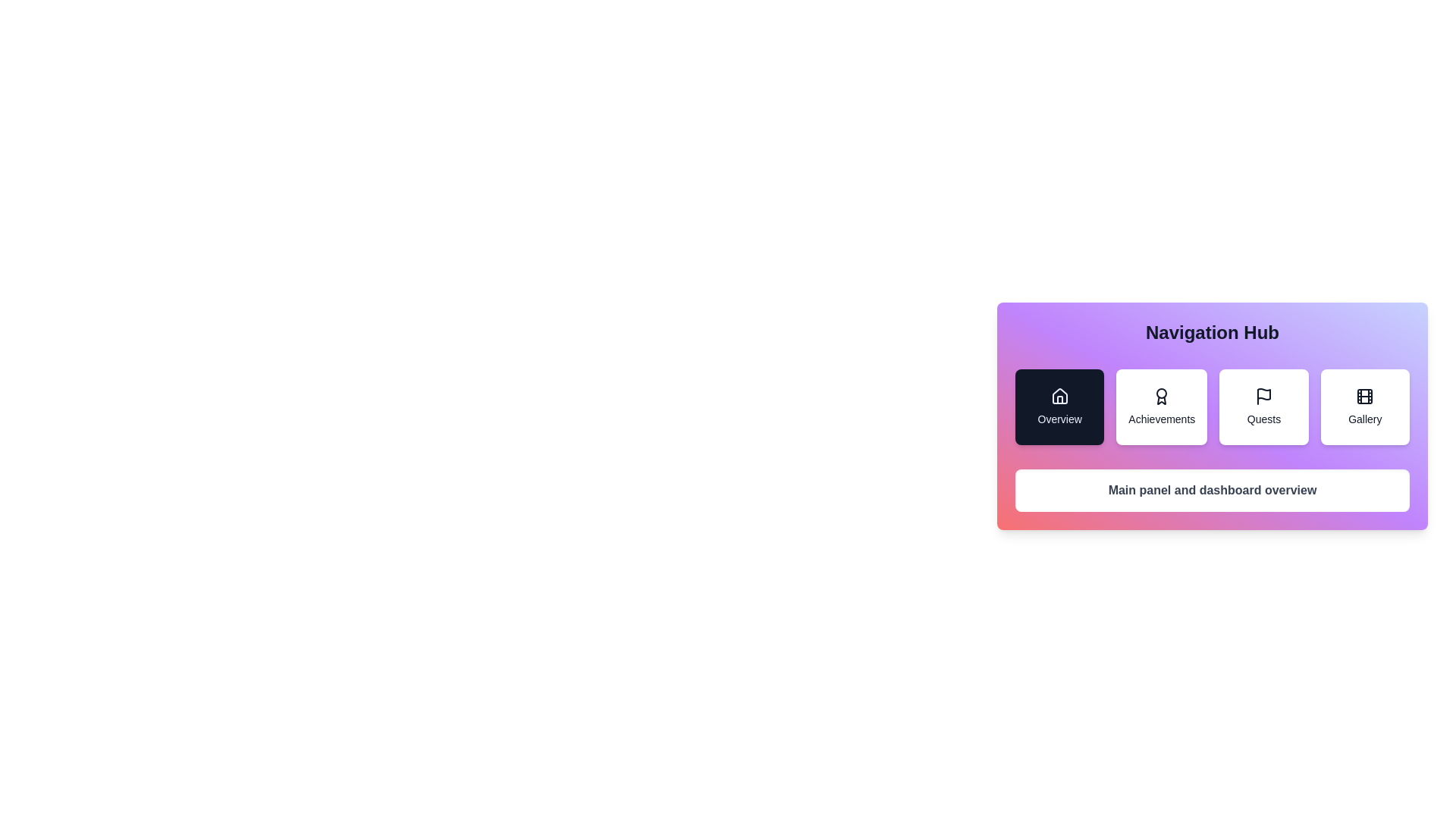  I want to click on the 'Gallery' text label, so click(1365, 419).